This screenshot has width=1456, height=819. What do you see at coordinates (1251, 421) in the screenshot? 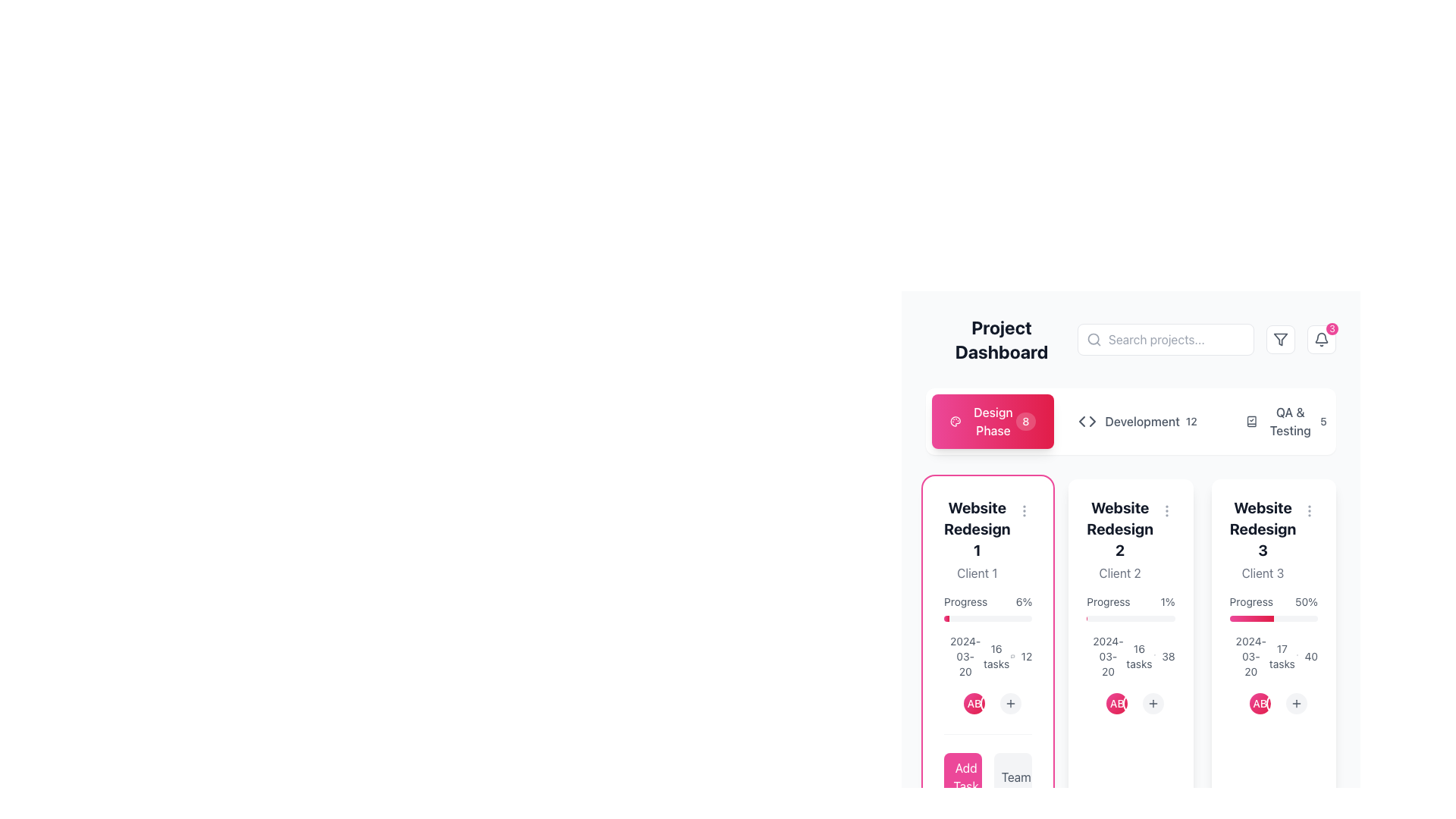
I see `the status or information related to the stylized book icon with a checkmark overlay located at the top-right corner of the dashboard interface` at bounding box center [1251, 421].